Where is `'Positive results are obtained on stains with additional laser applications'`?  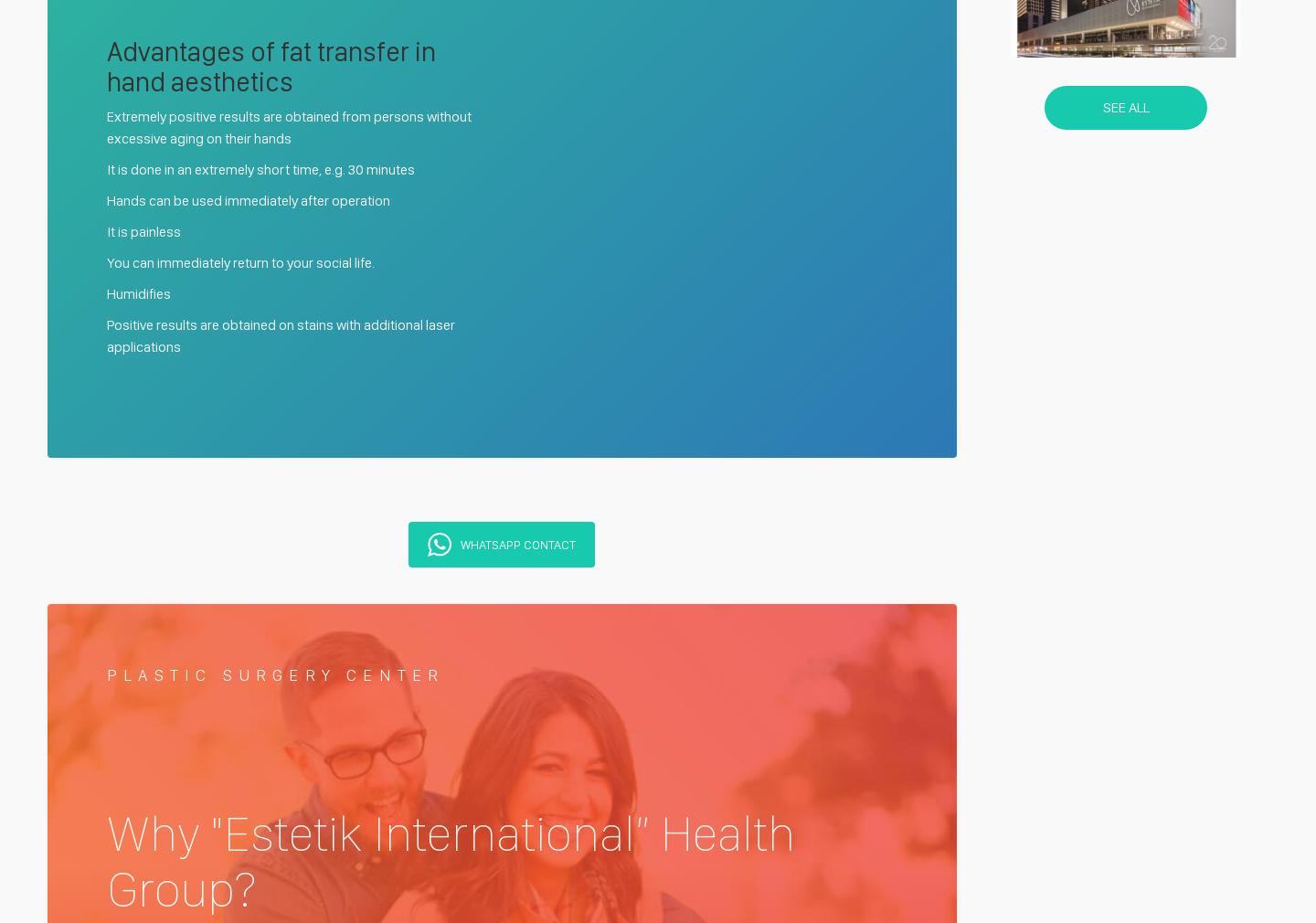 'Positive results are obtained on stains with additional laser applications' is located at coordinates (107, 335).